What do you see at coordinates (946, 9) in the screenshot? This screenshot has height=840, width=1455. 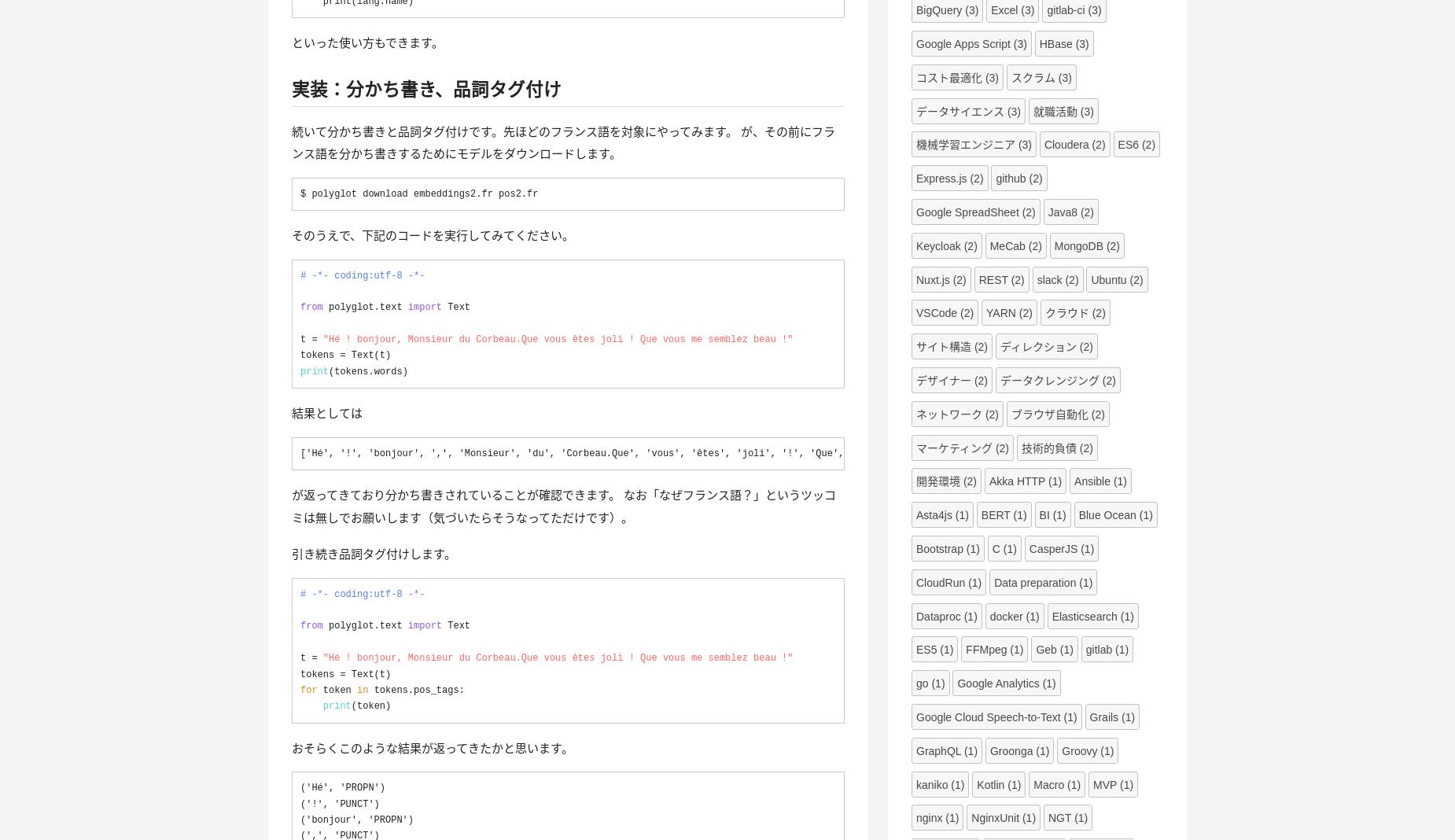 I see `'BigQuery (3)'` at bounding box center [946, 9].